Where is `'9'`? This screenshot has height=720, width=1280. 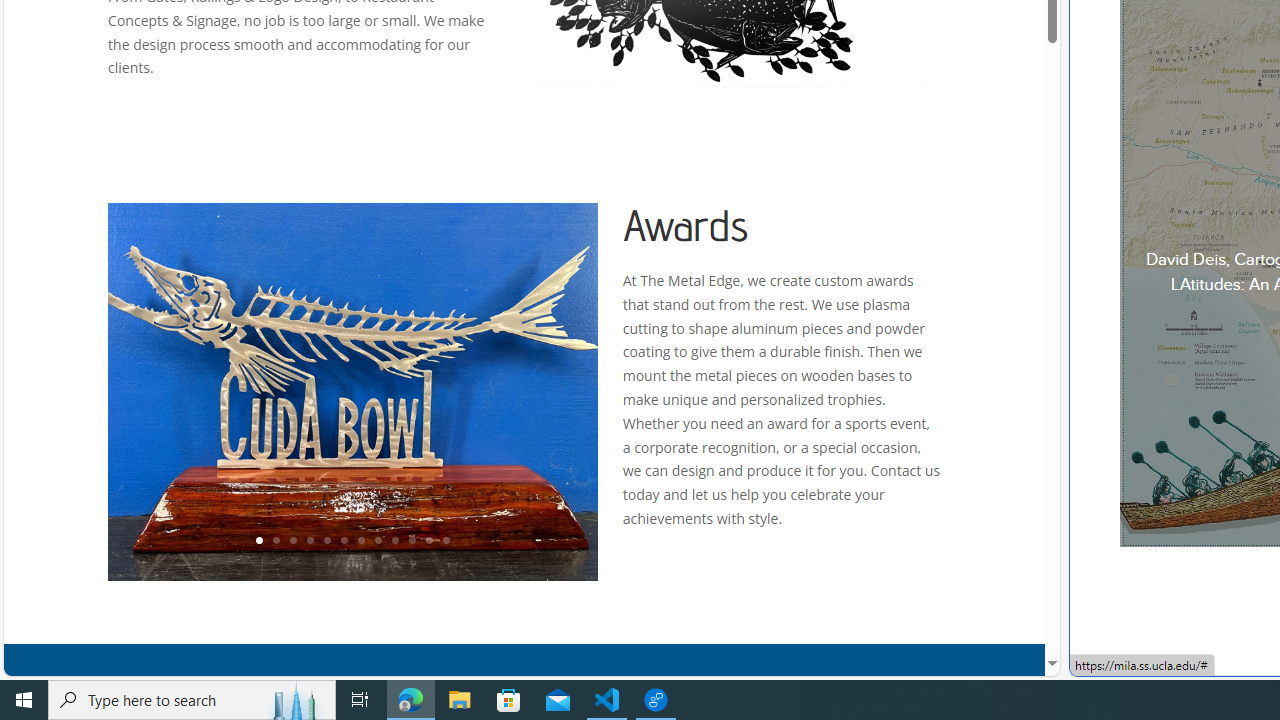 '9' is located at coordinates (394, 541).